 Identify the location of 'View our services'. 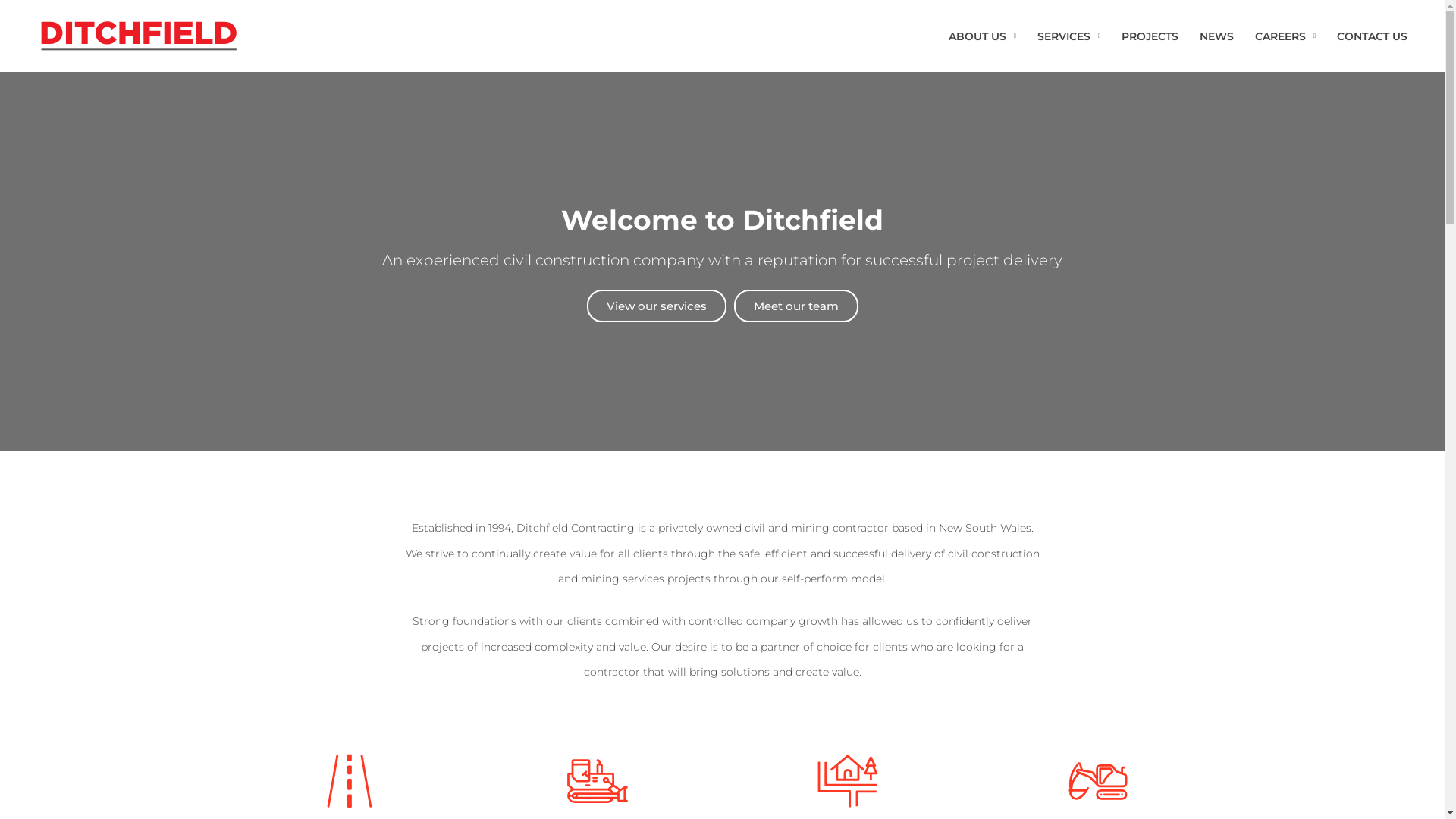
(656, 306).